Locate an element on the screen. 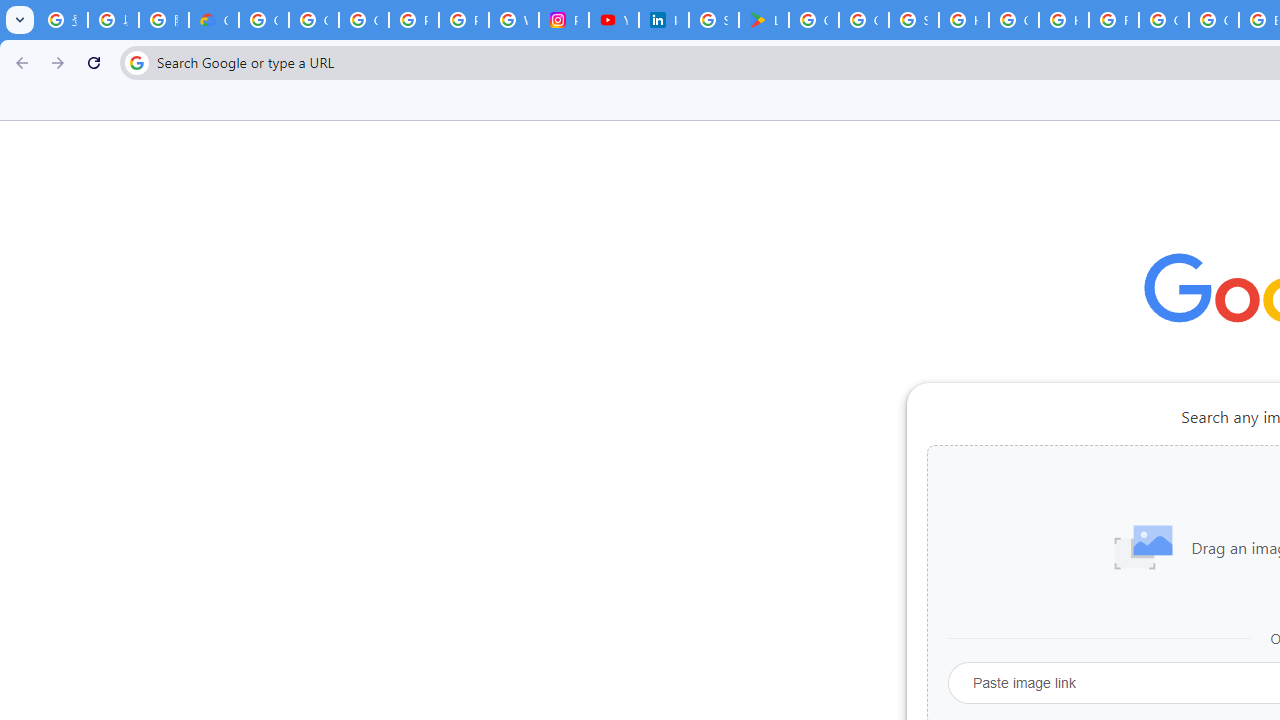  'Last Shelter: Survival - Apps on Google Play' is located at coordinates (762, 20).